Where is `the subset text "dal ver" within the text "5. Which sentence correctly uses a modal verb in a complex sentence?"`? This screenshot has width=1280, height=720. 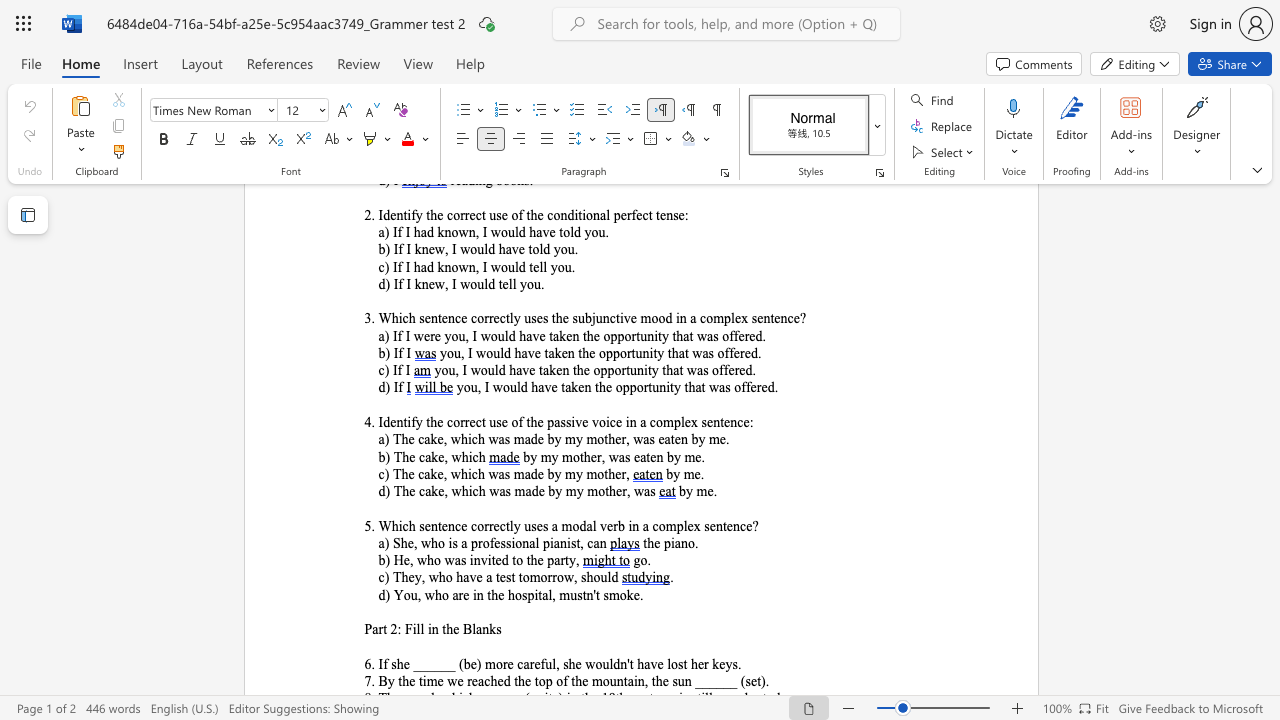 the subset text "dal ver" within the text "5. Which sentence correctly uses a modal verb in a complex sentence?" is located at coordinates (578, 525).